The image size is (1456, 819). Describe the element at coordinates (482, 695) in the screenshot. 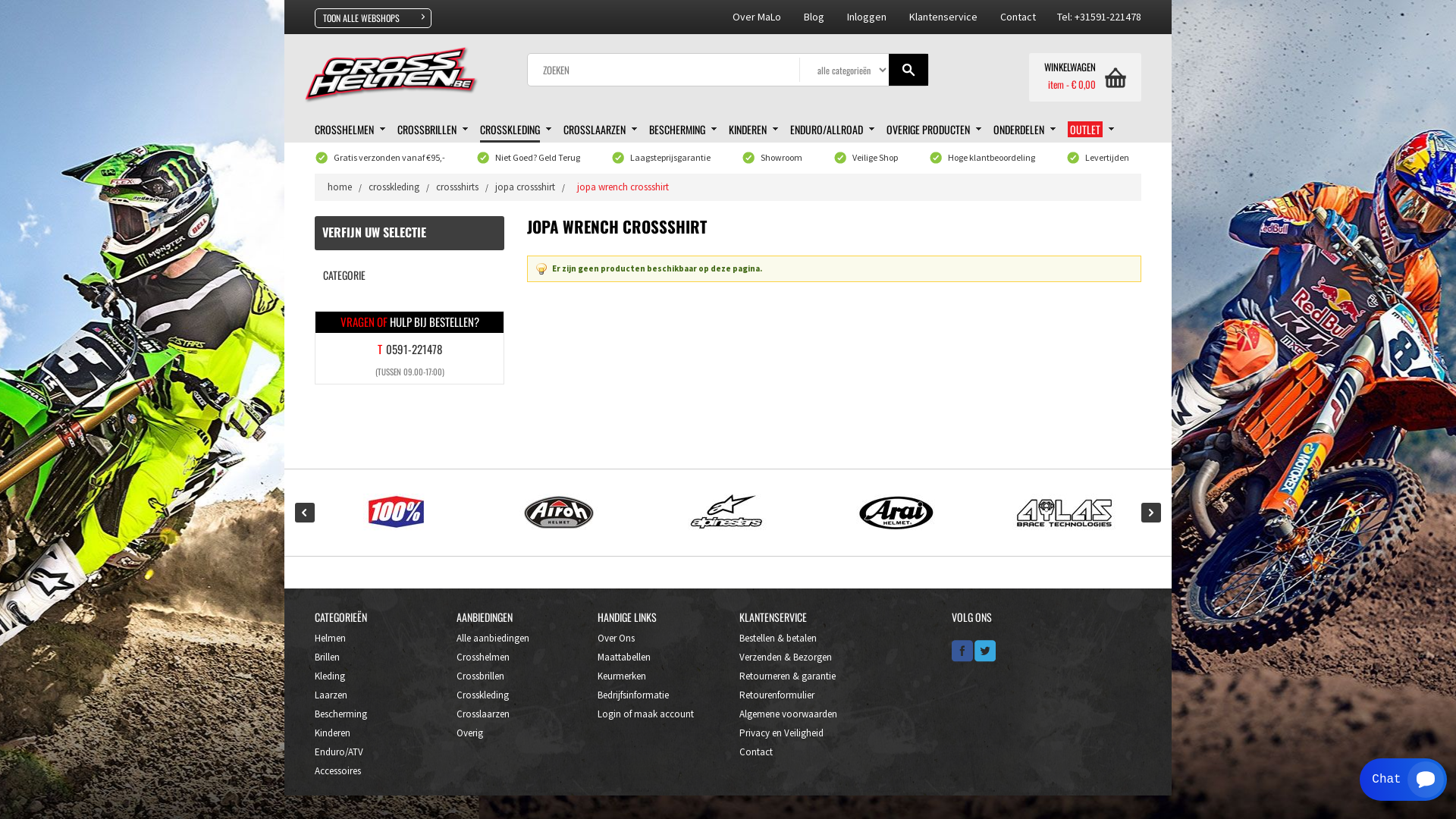

I see `'Crosskleding'` at that location.